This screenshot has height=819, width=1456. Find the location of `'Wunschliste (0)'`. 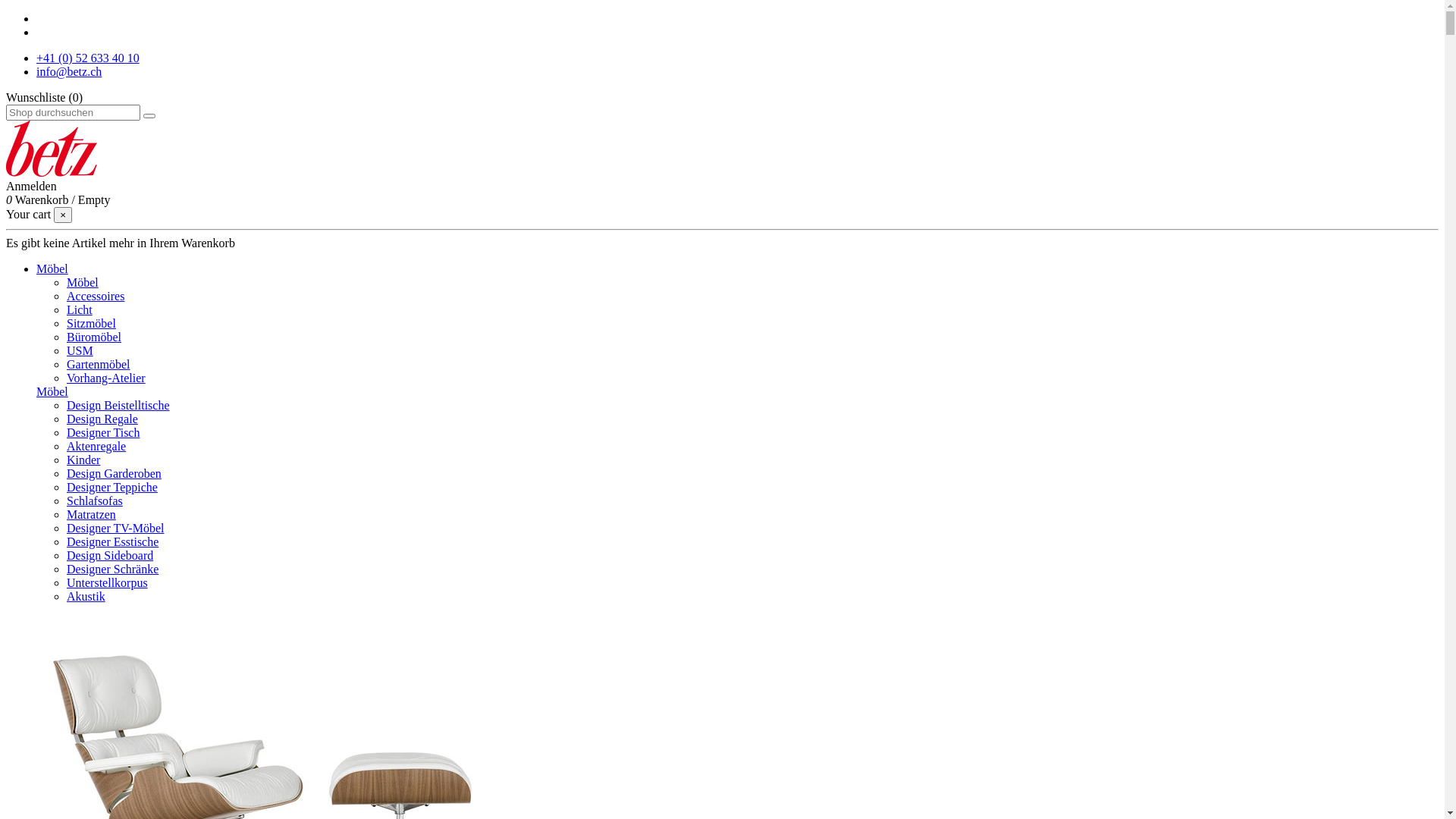

'Wunschliste (0)' is located at coordinates (44, 97).